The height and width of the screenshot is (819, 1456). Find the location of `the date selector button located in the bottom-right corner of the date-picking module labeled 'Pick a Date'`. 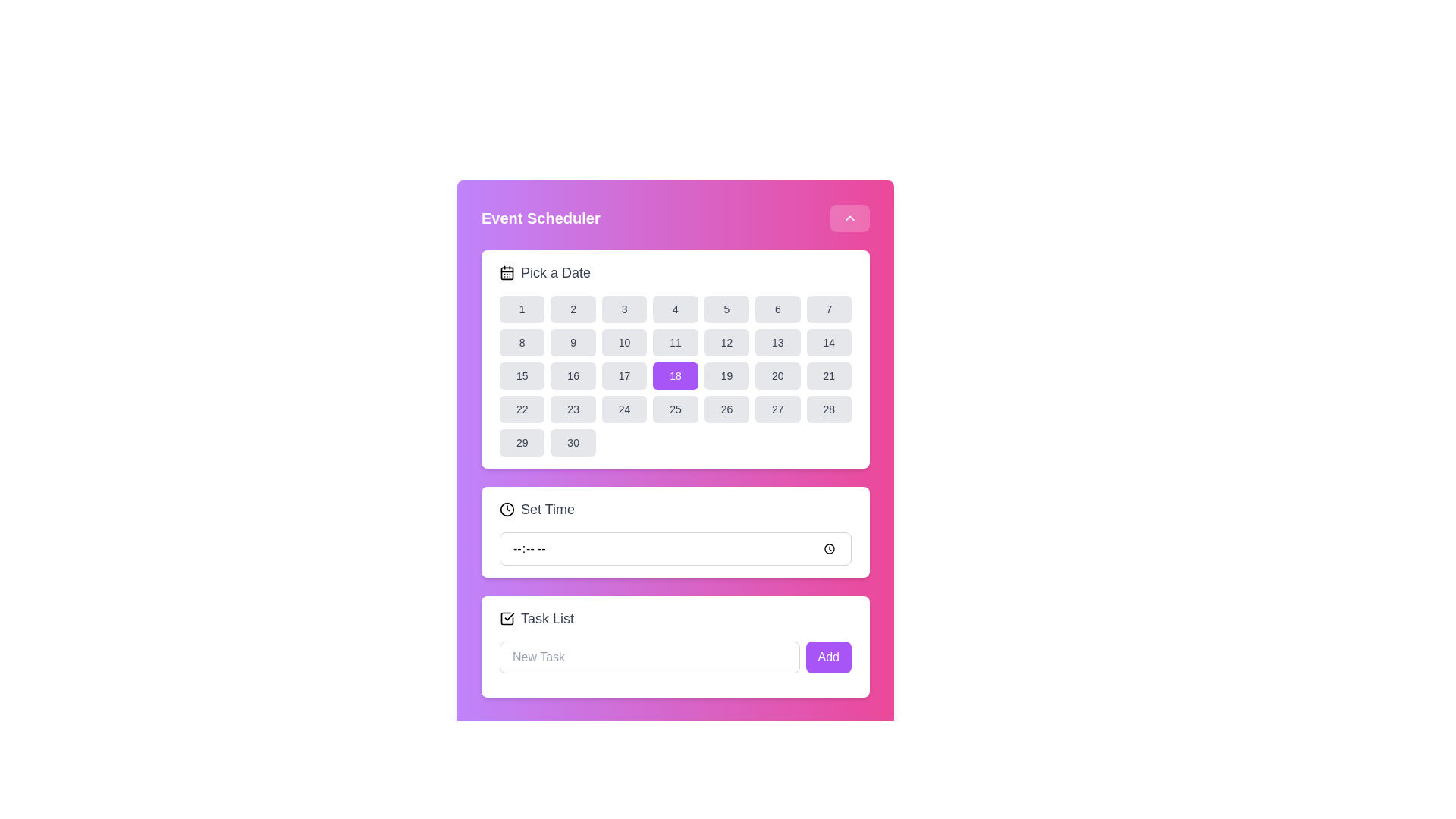

the date selector button located in the bottom-right corner of the date-picking module labeled 'Pick a Date' is located at coordinates (572, 442).